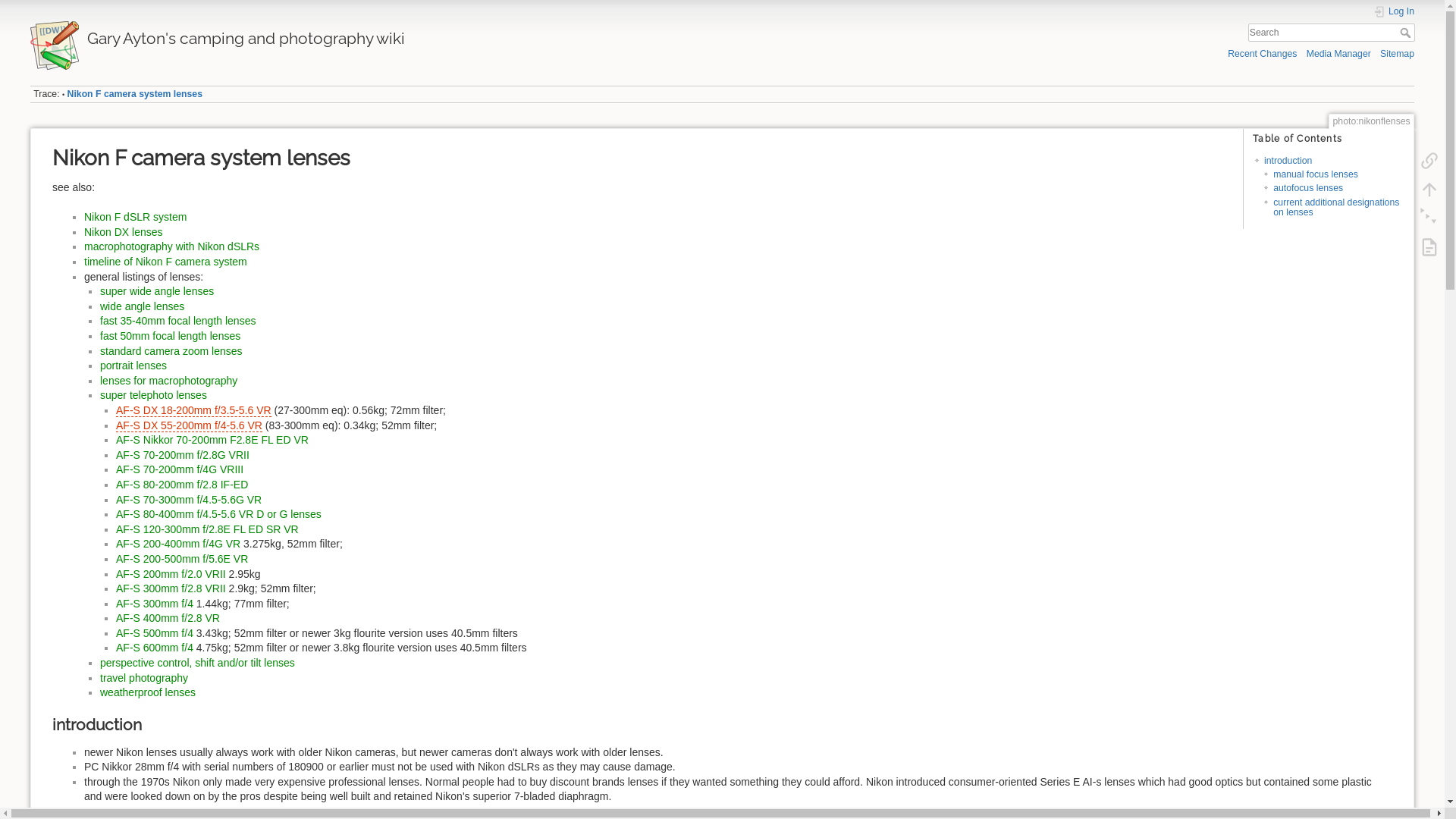 This screenshot has width=1456, height=819. I want to click on 'Sitemap', so click(1379, 52).